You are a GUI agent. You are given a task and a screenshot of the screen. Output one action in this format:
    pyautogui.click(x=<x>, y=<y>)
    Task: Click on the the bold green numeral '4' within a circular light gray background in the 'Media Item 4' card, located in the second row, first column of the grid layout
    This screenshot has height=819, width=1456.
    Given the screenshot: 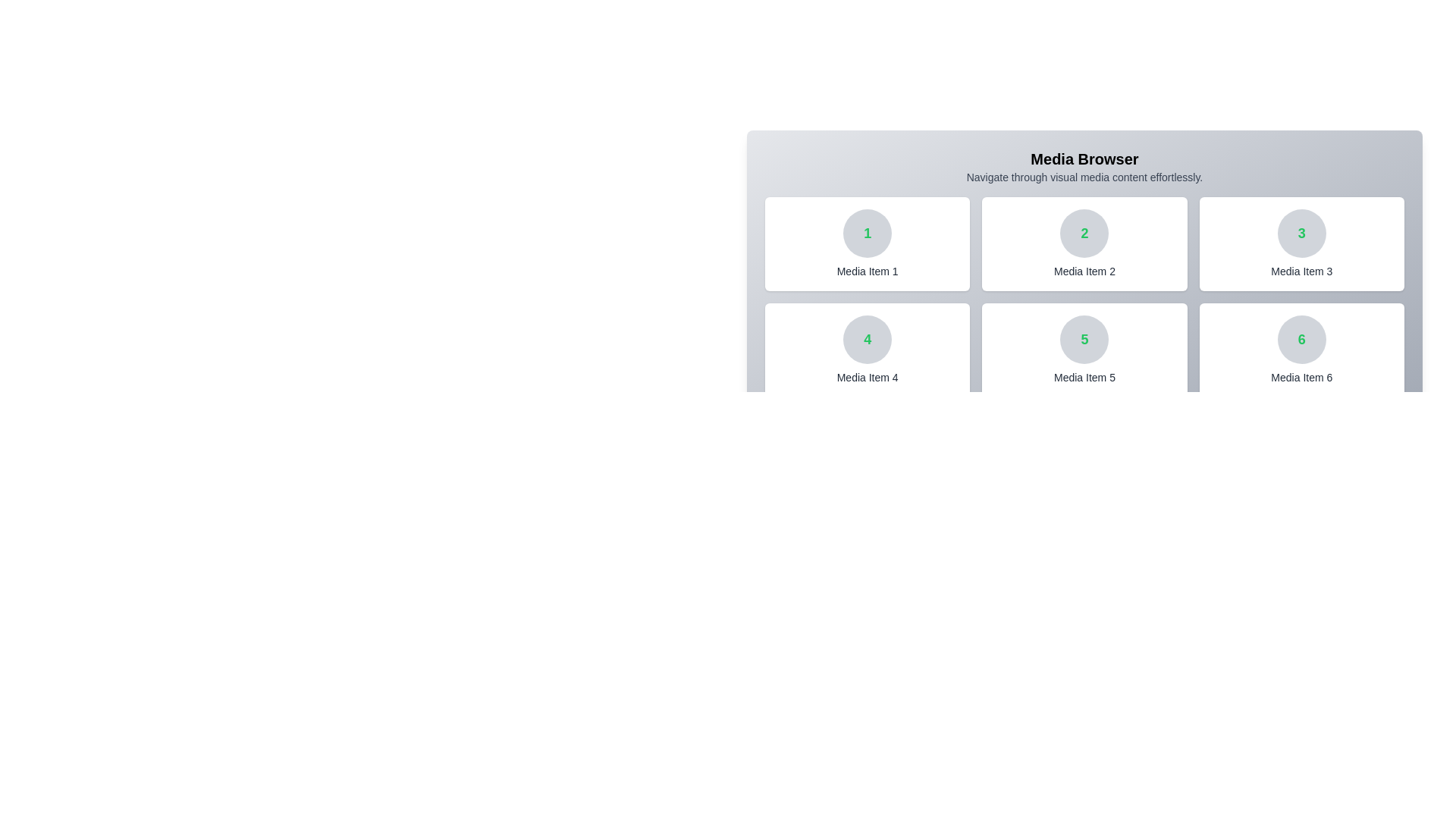 What is the action you would take?
    pyautogui.click(x=868, y=338)
    